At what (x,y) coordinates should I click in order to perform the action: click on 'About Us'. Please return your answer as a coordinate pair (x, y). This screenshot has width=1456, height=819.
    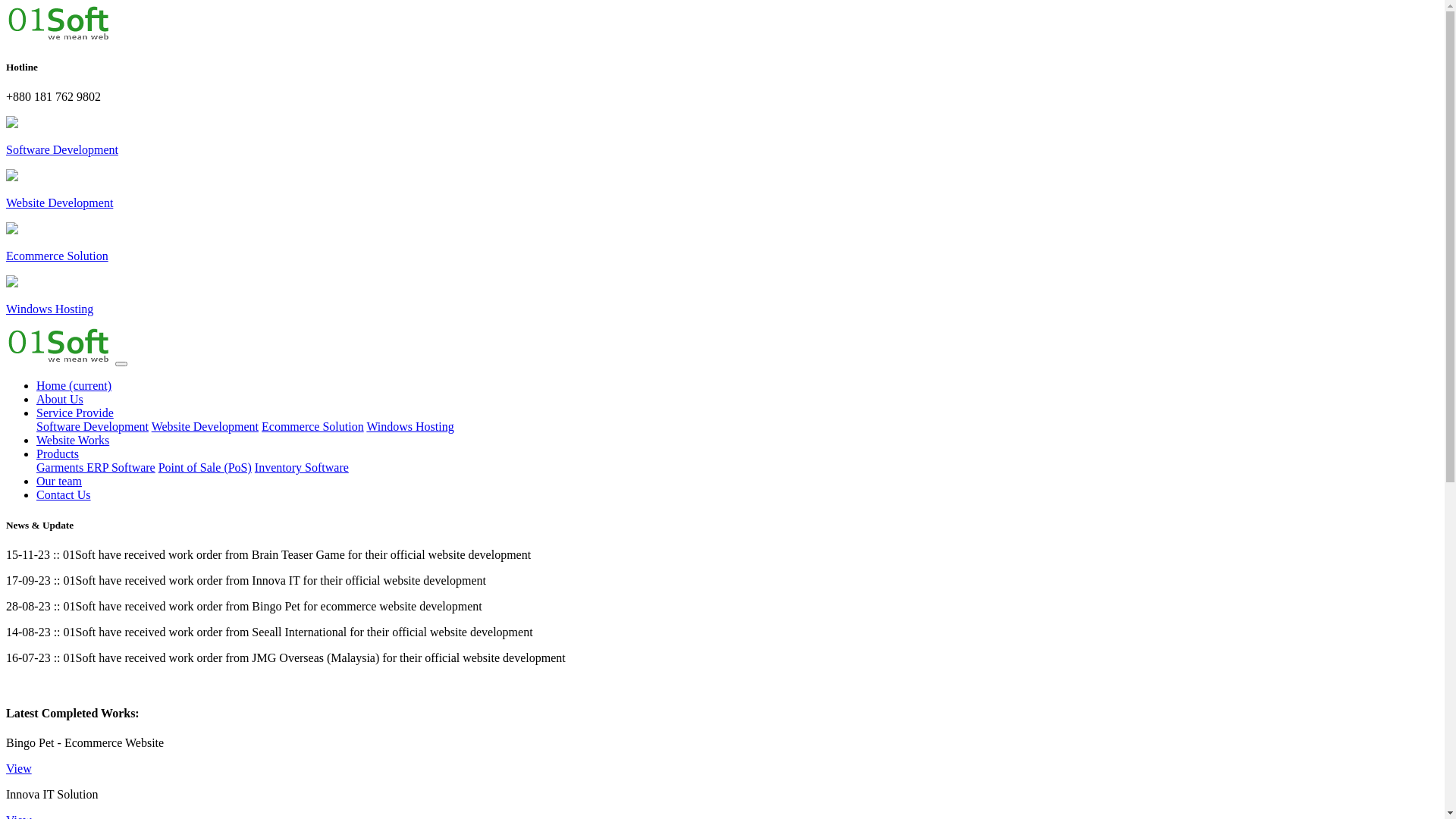
    Looking at the image, I should click on (59, 398).